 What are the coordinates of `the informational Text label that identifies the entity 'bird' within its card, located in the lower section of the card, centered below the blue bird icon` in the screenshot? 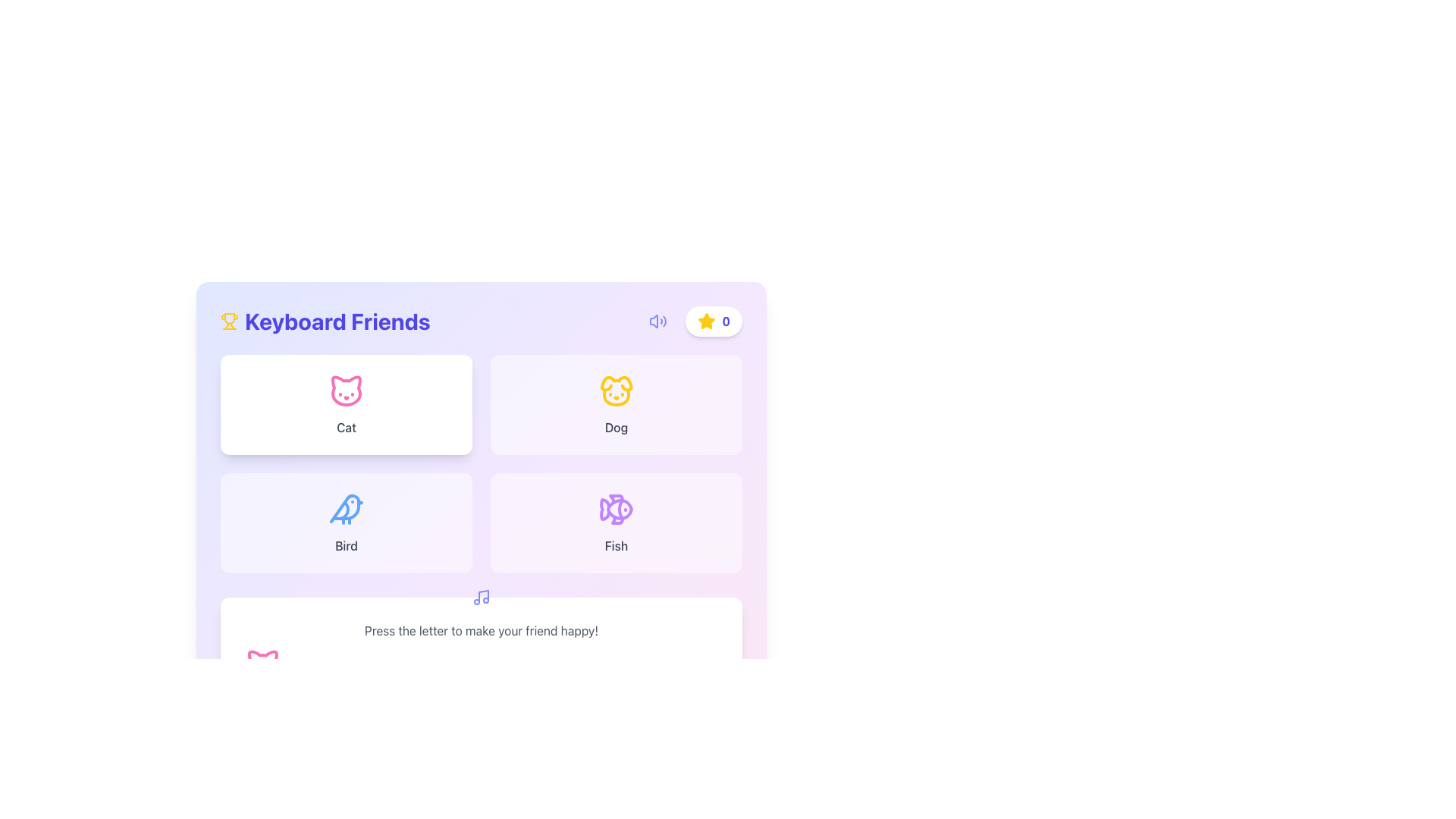 It's located at (345, 546).